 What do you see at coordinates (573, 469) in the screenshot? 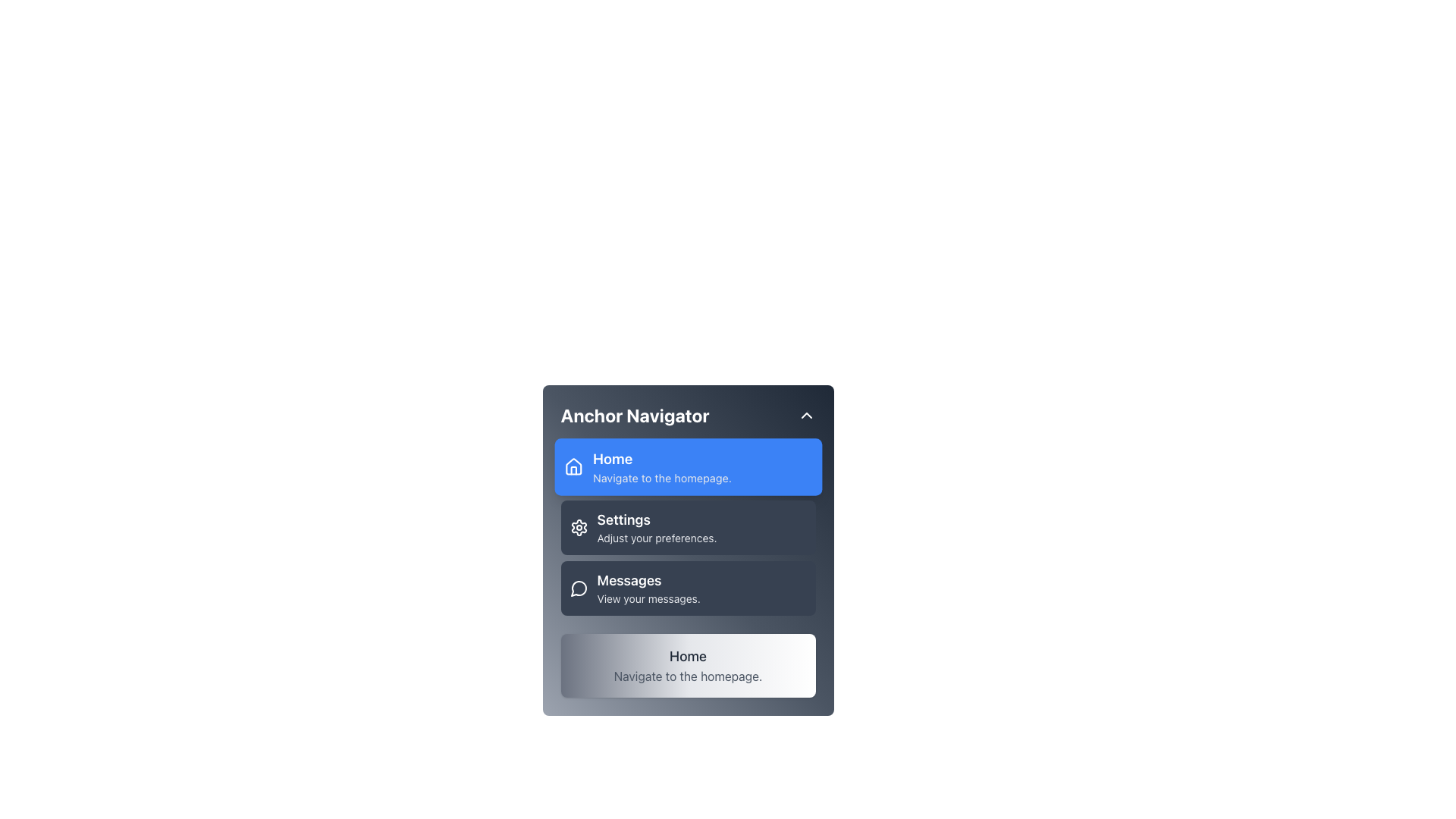
I see `the vertical rectangular bar segment of the house-shaped graphical icon, which represents the vertical structural line` at bounding box center [573, 469].